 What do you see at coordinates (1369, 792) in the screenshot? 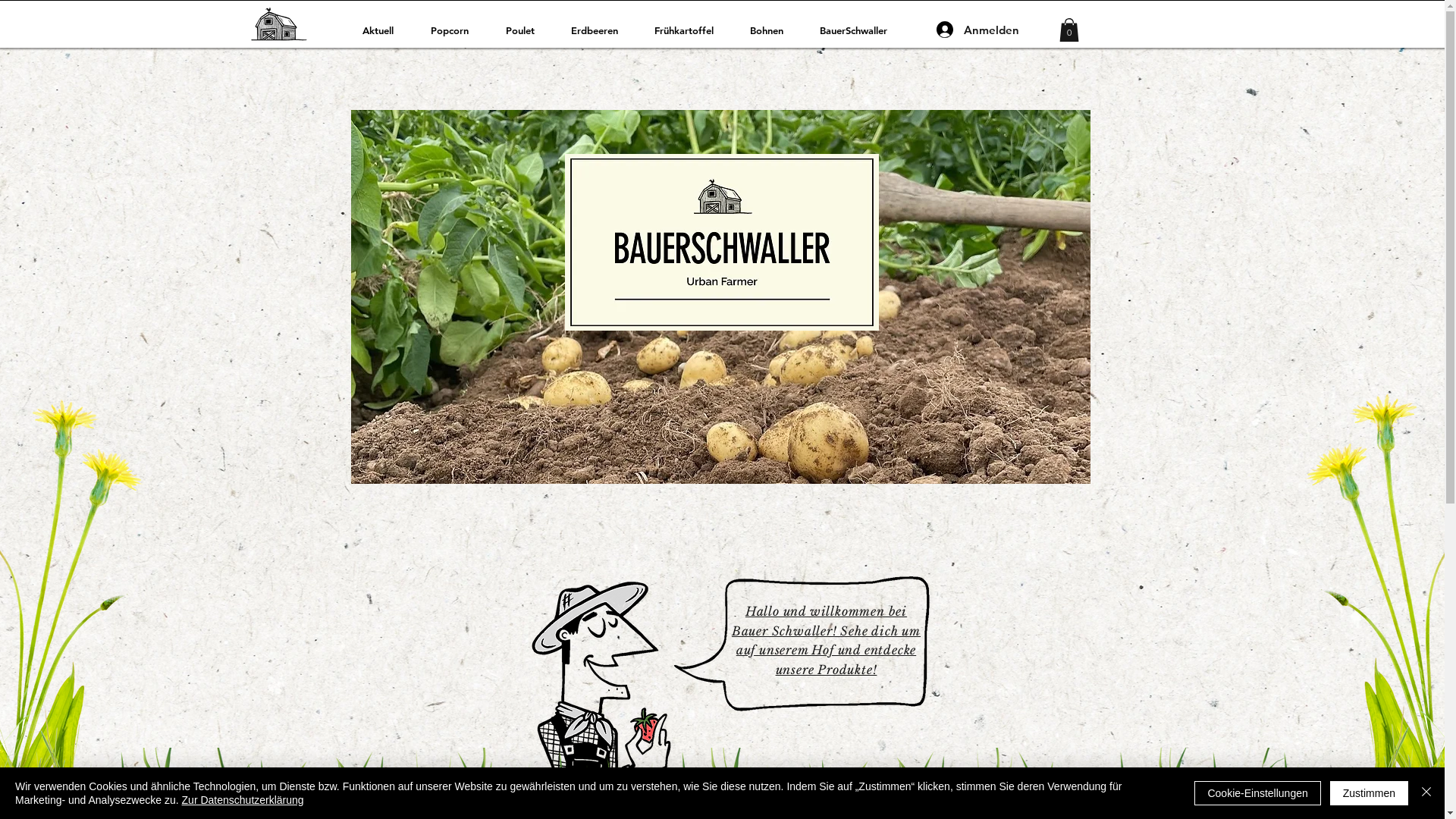
I see `'Zustimmen'` at bounding box center [1369, 792].